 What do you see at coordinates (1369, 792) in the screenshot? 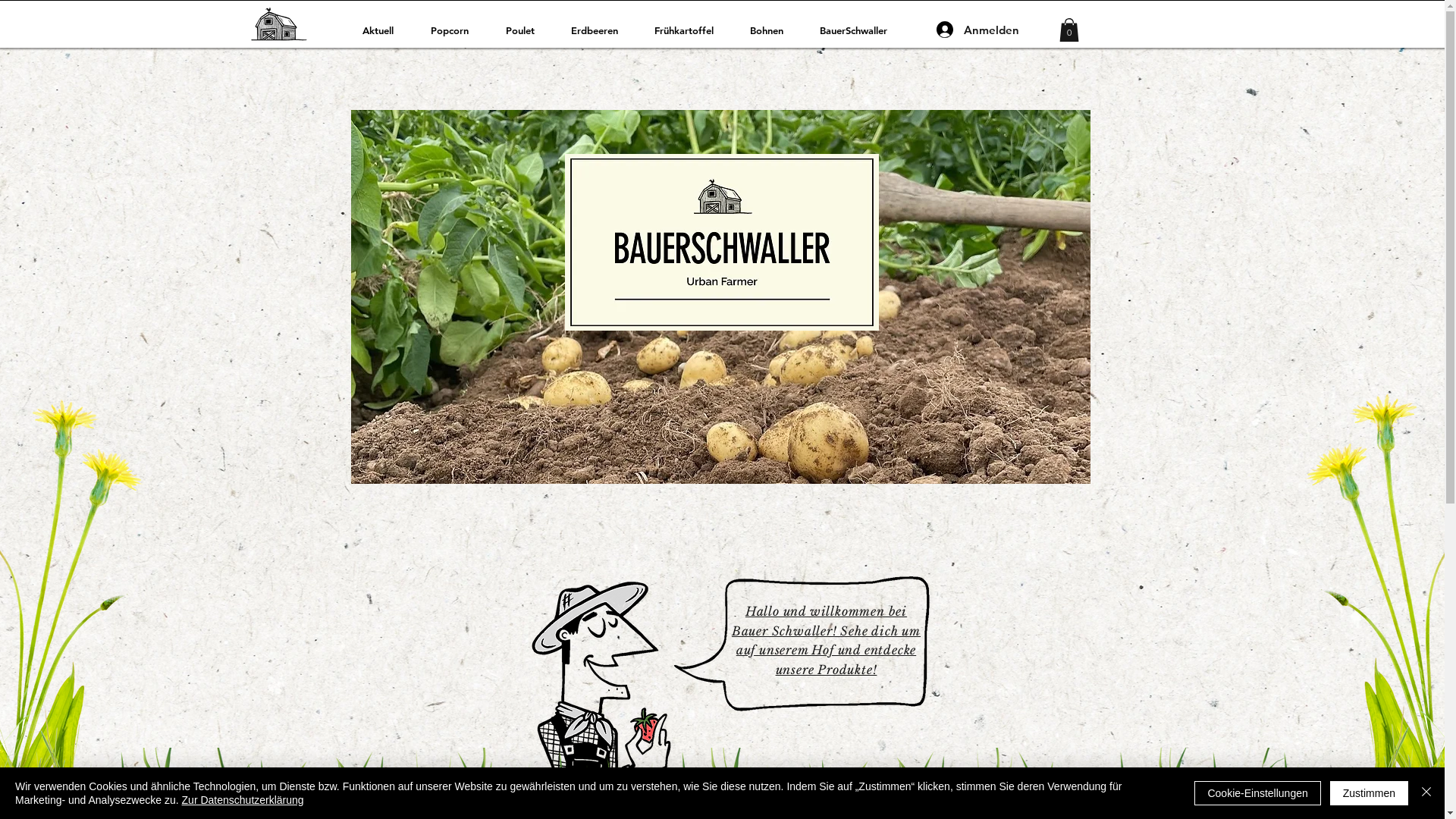
I see `'Zustimmen'` at bounding box center [1369, 792].